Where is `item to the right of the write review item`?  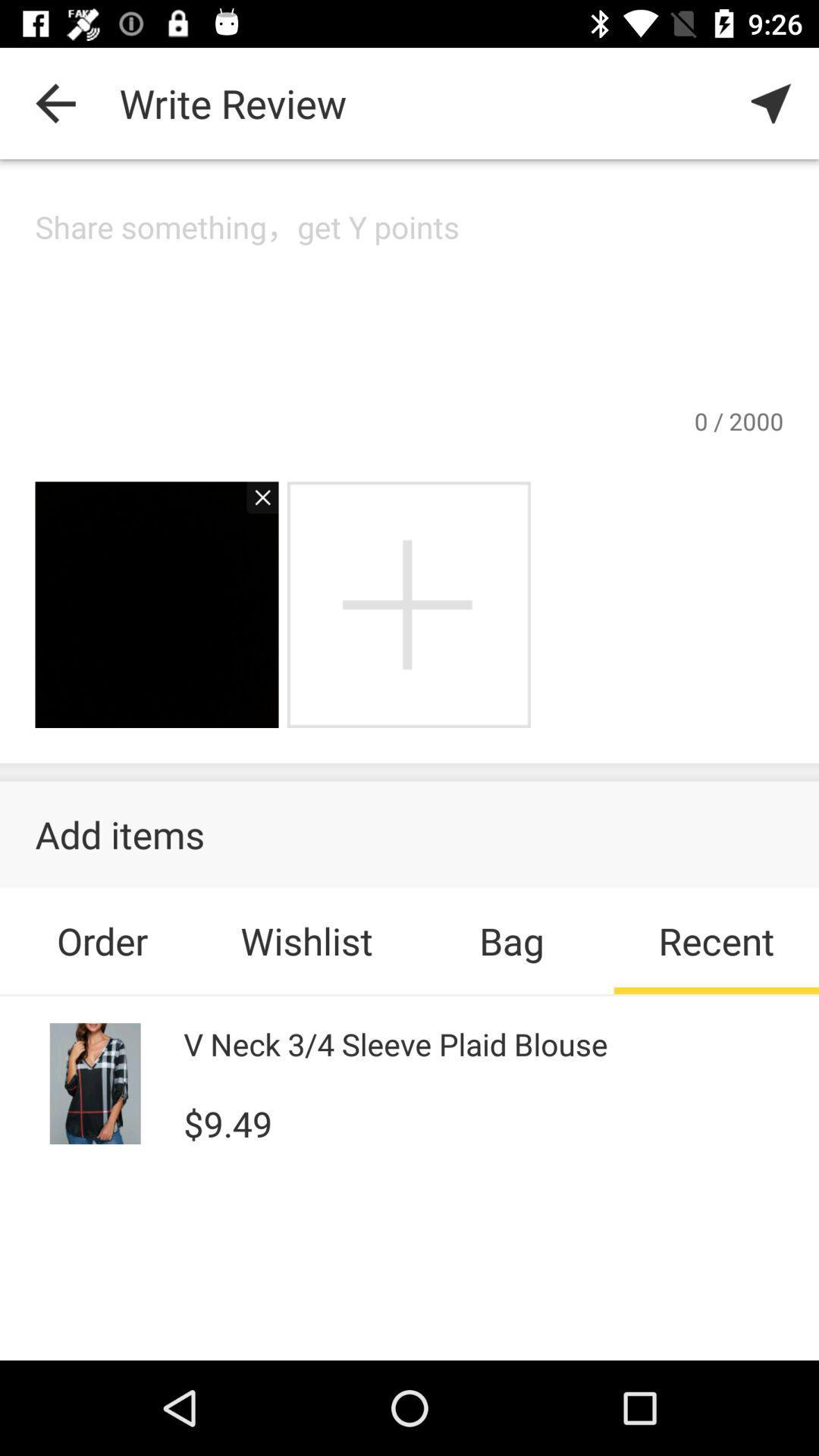
item to the right of the write review item is located at coordinates (771, 102).